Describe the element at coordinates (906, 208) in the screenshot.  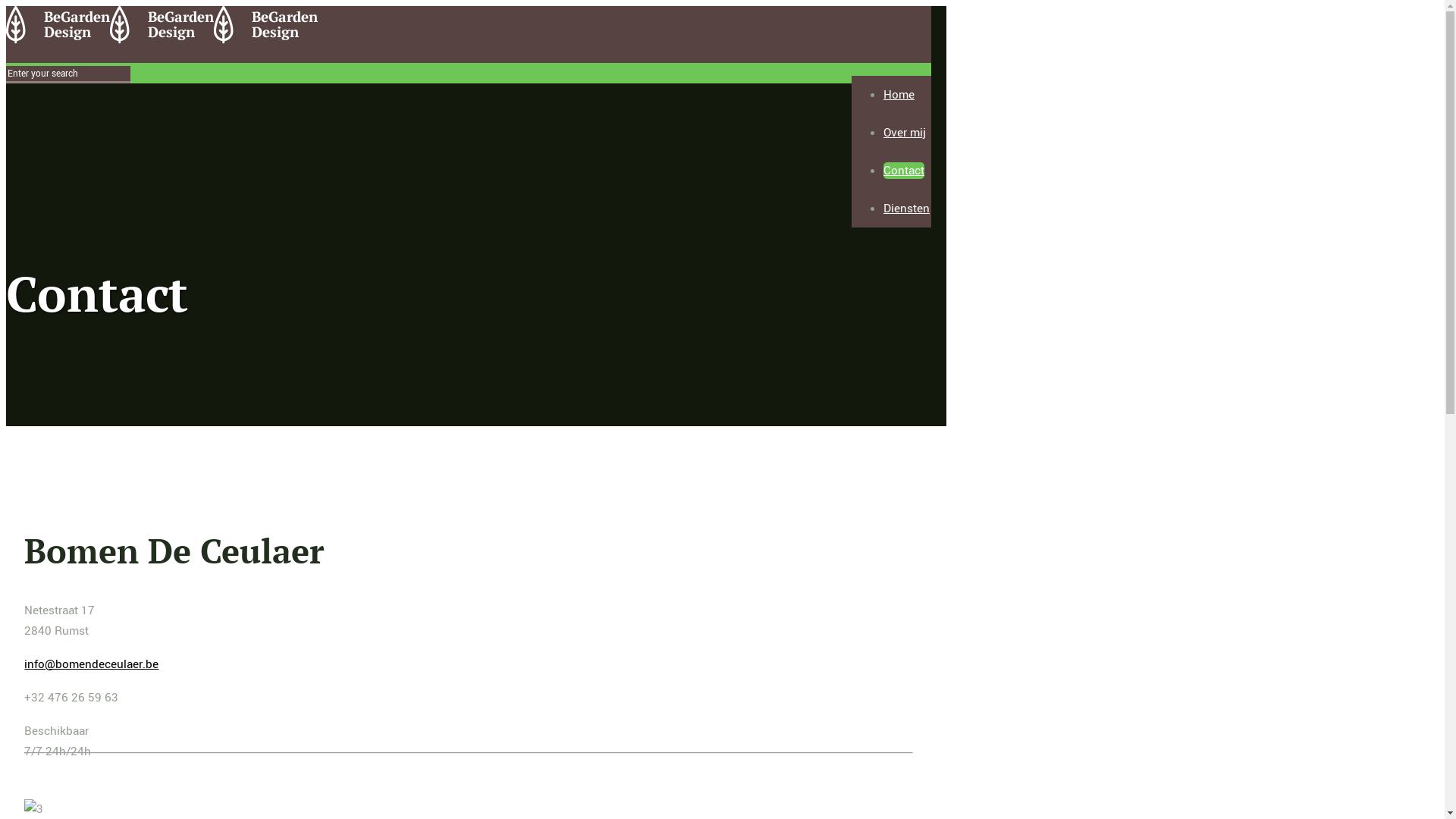
I see `'Diensten'` at that location.